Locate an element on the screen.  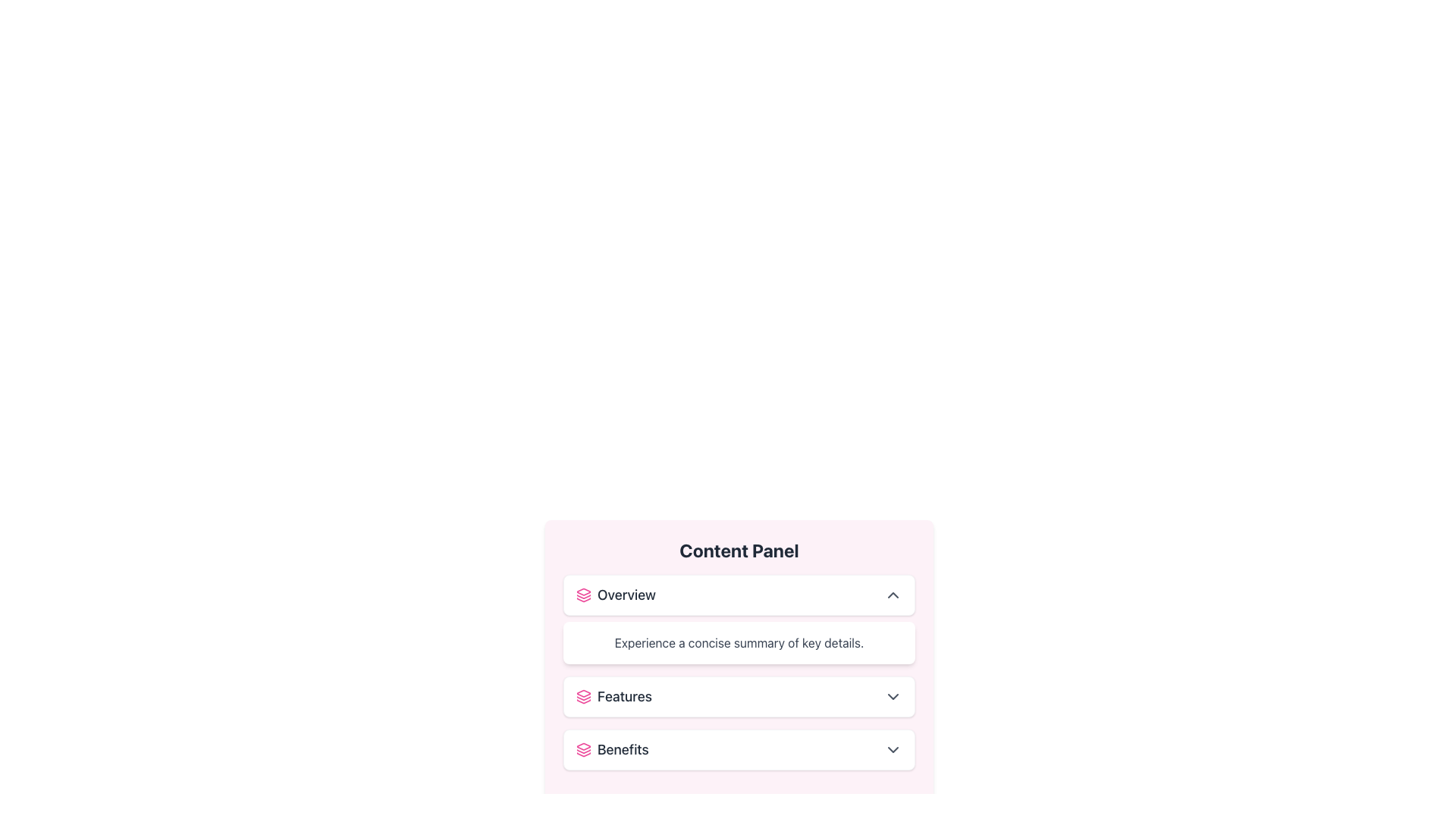
the 'Overview' icon, which is positioned to the far left of the 'Overview' header, aiding in navigation is located at coordinates (582, 595).